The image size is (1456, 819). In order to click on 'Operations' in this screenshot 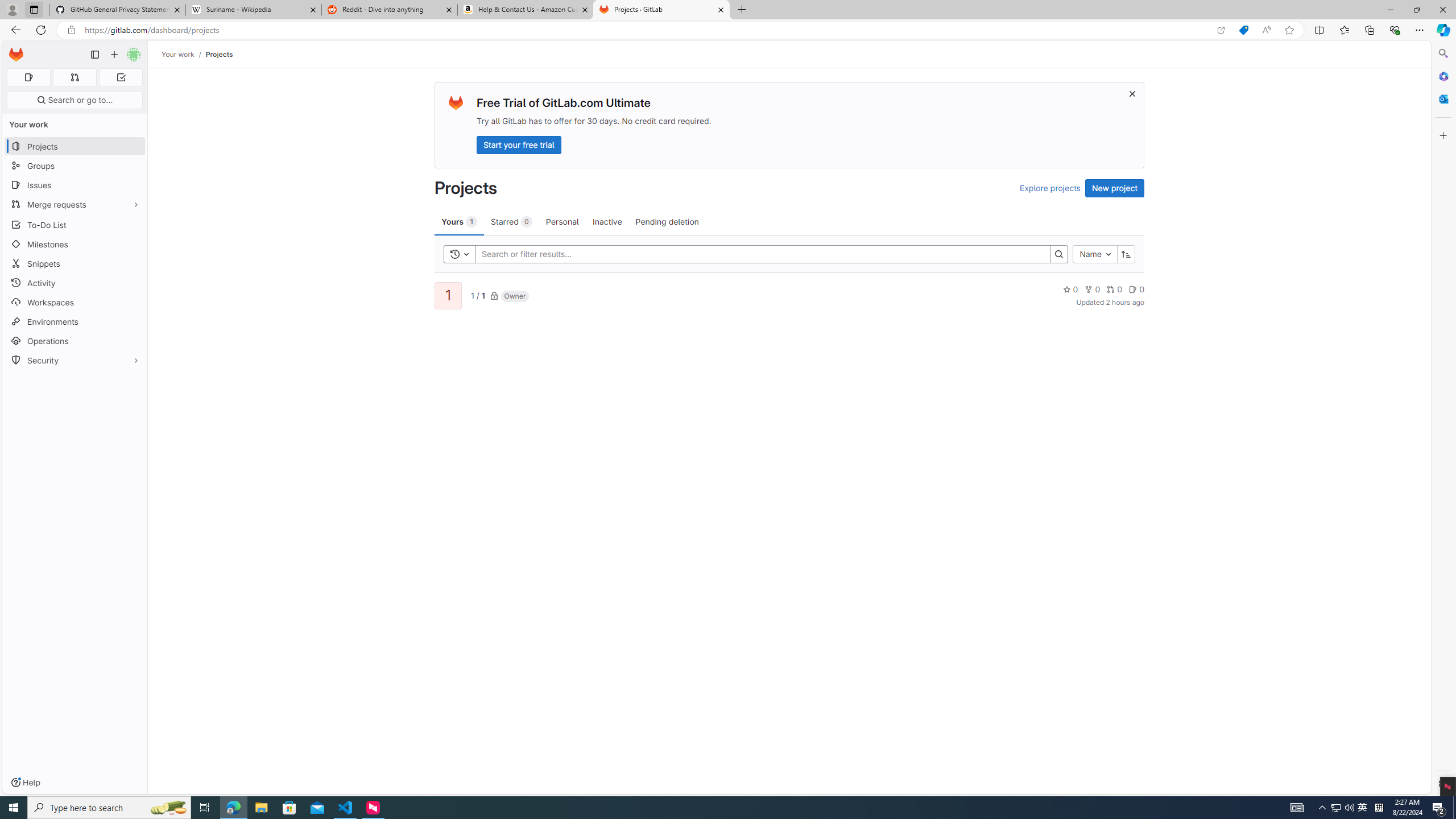, I will do `click(74, 340)`.